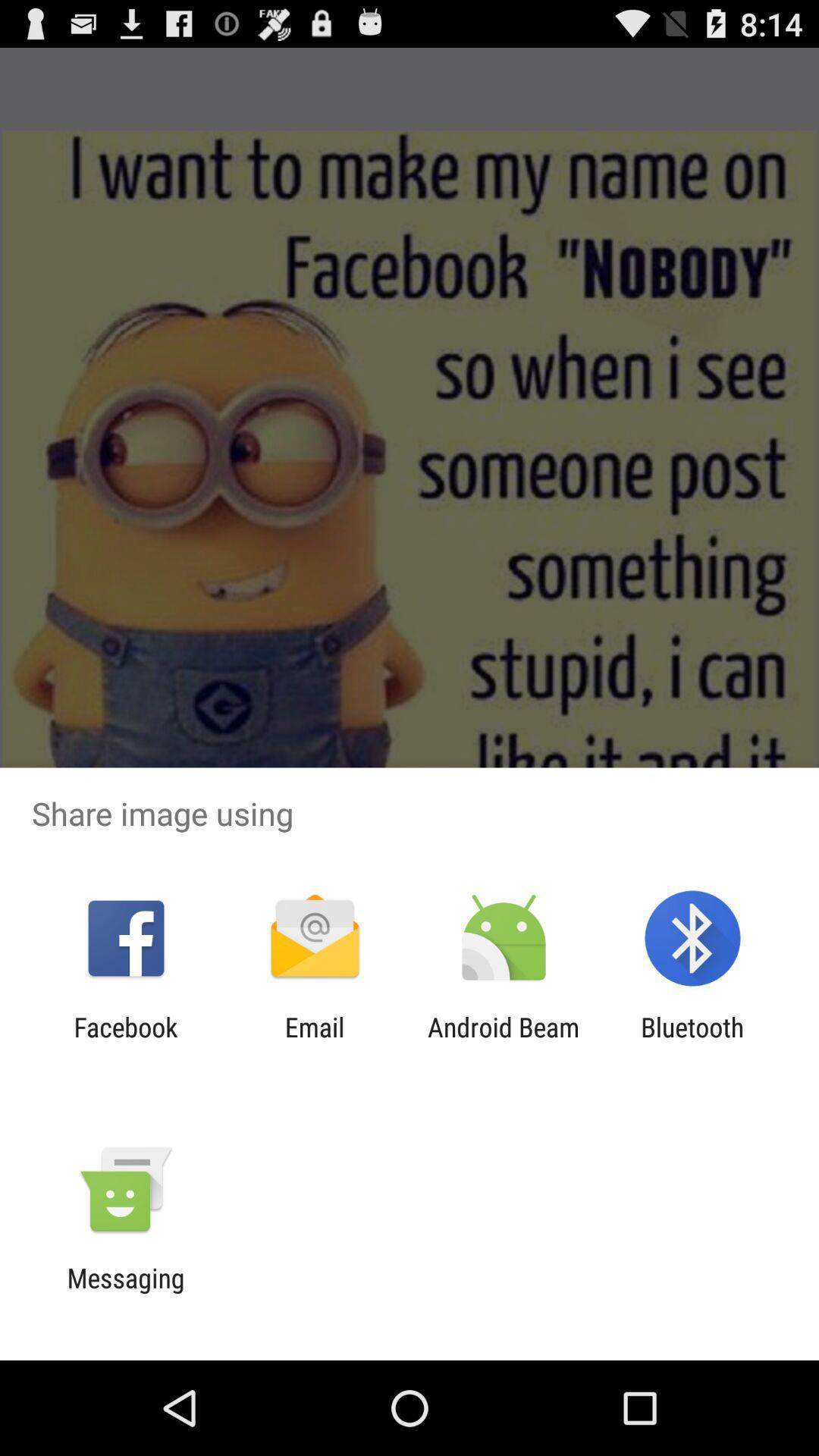  Describe the element at coordinates (125, 1042) in the screenshot. I see `facebook app` at that location.